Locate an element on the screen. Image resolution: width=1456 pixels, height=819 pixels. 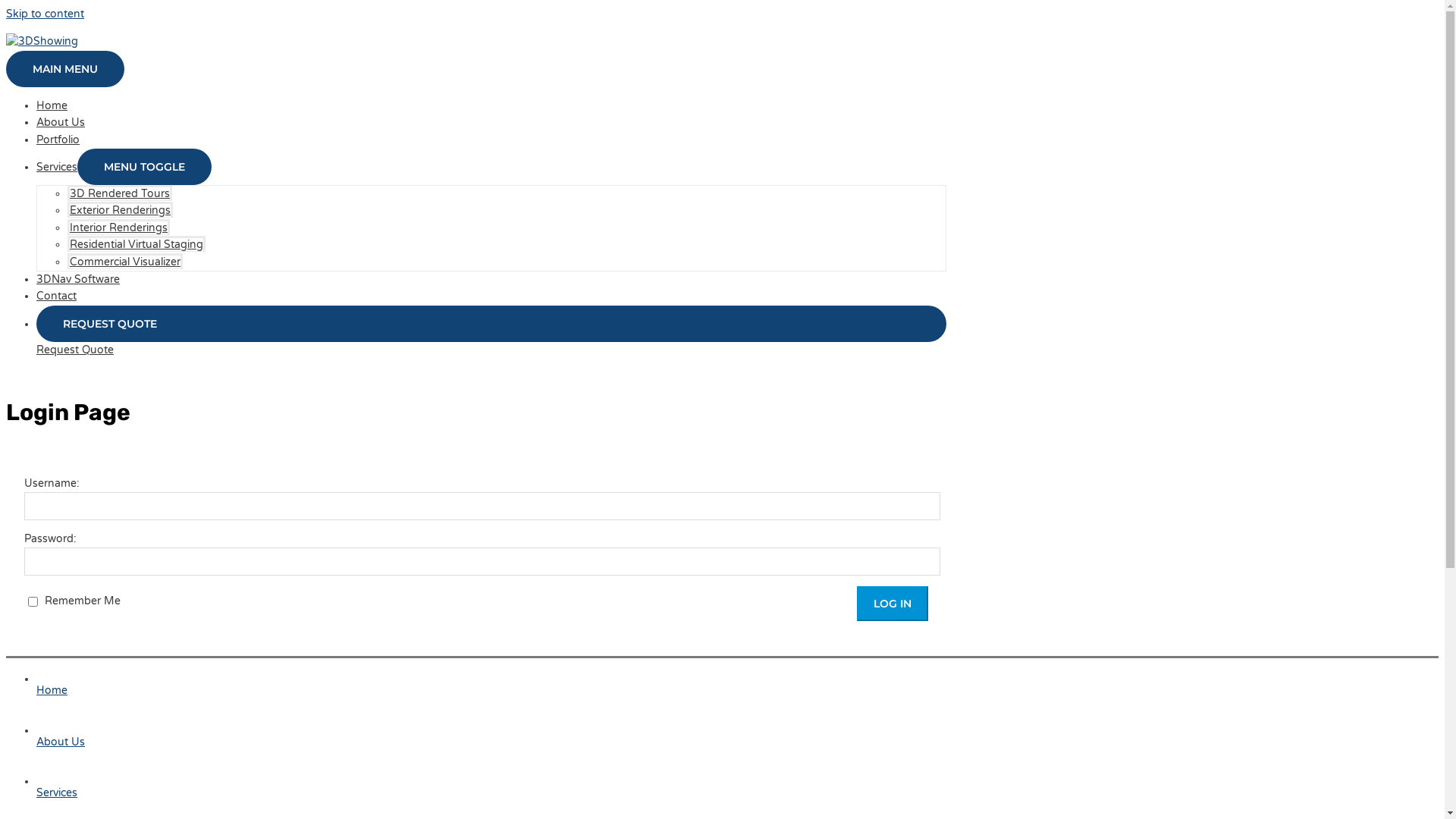
'Home' is located at coordinates (52, 105).